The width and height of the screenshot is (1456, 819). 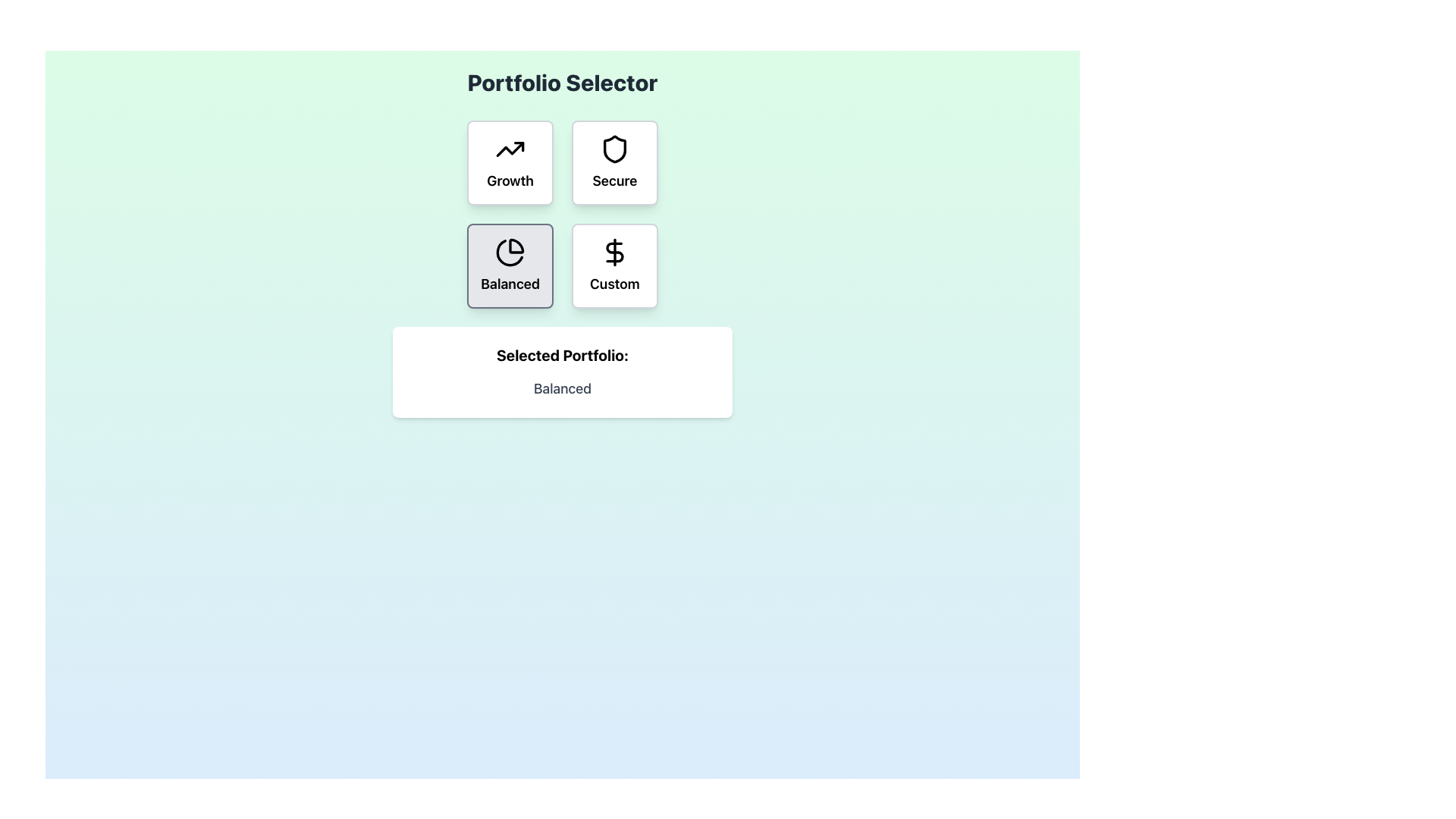 What do you see at coordinates (510, 149) in the screenshot?
I see `the small graphical icon representing positive progression or growth, which is located above the word 'Growth' in the top-left option of a 2x2 grid layout` at bounding box center [510, 149].